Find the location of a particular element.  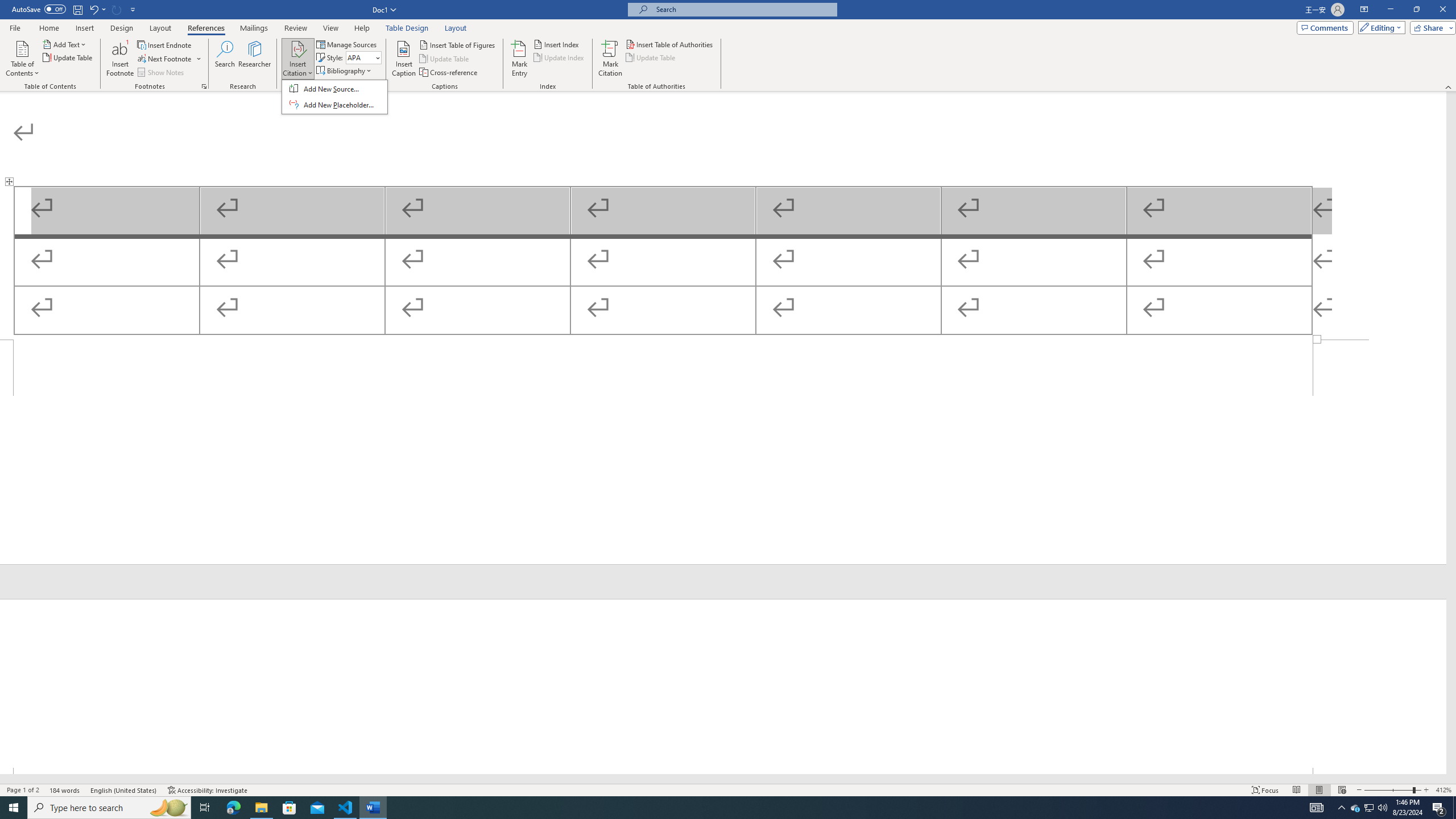

'Next Footnote' is located at coordinates (169, 59).